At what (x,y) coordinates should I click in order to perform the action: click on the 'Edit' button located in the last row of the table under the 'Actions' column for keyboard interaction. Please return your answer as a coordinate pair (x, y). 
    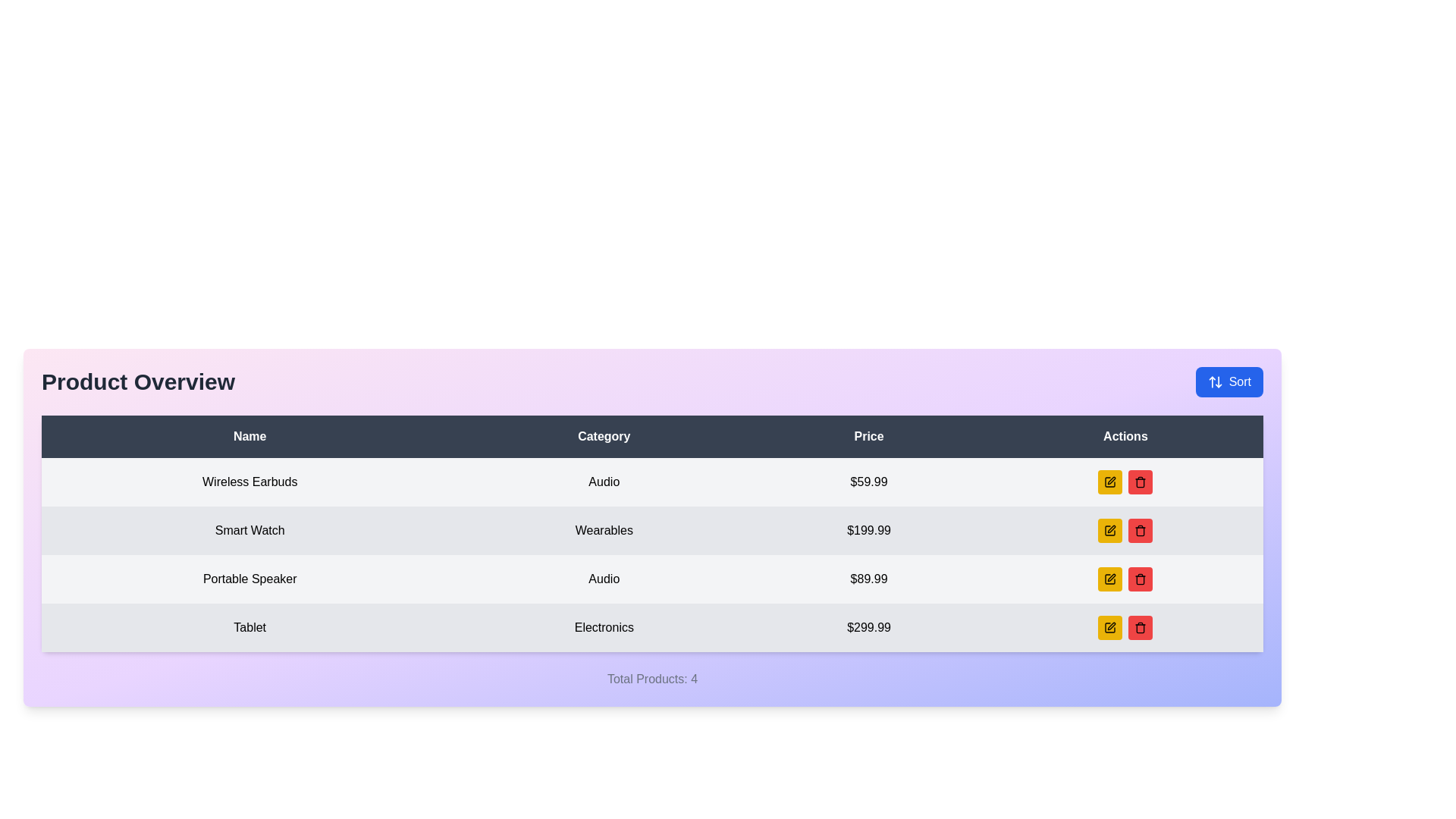
    Looking at the image, I should click on (1110, 628).